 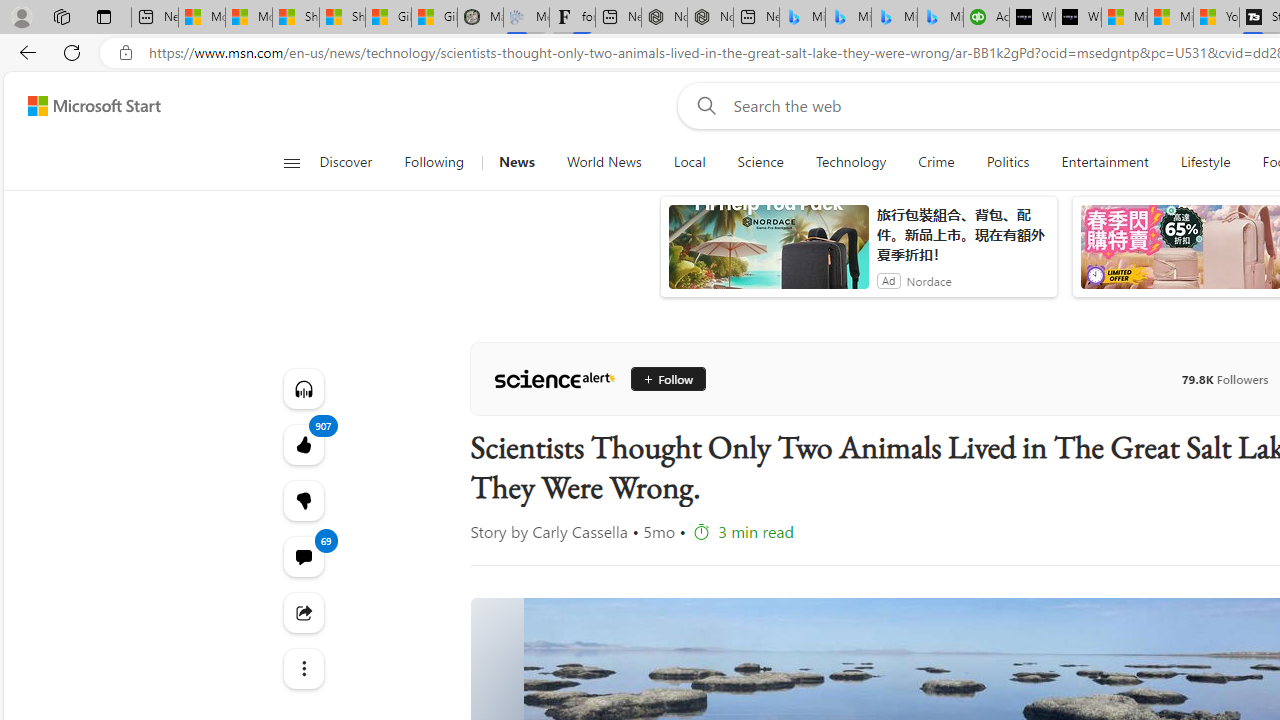 What do you see at coordinates (302, 668) in the screenshot?
I see `'See more'` at bounding box center [302, 668].